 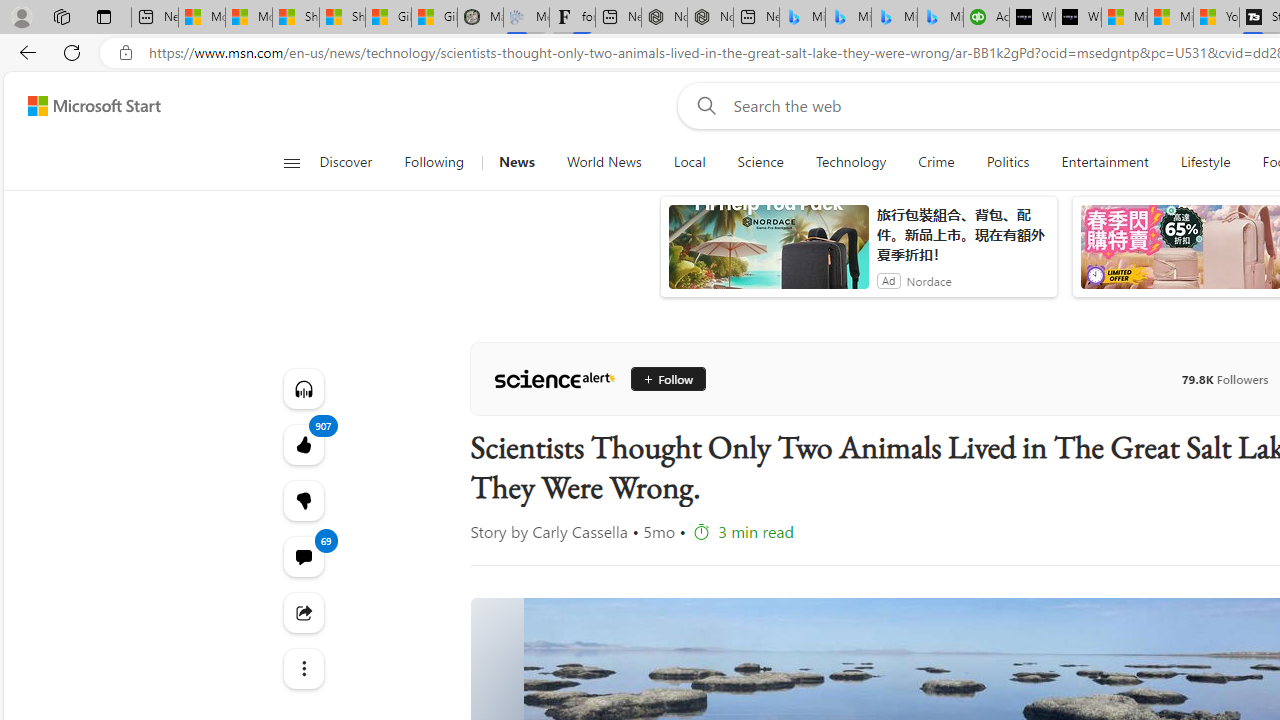 What do you see at coordinates (302, 668) in the screenshot?
I see `'See more'` at bounding box center [302, 668].